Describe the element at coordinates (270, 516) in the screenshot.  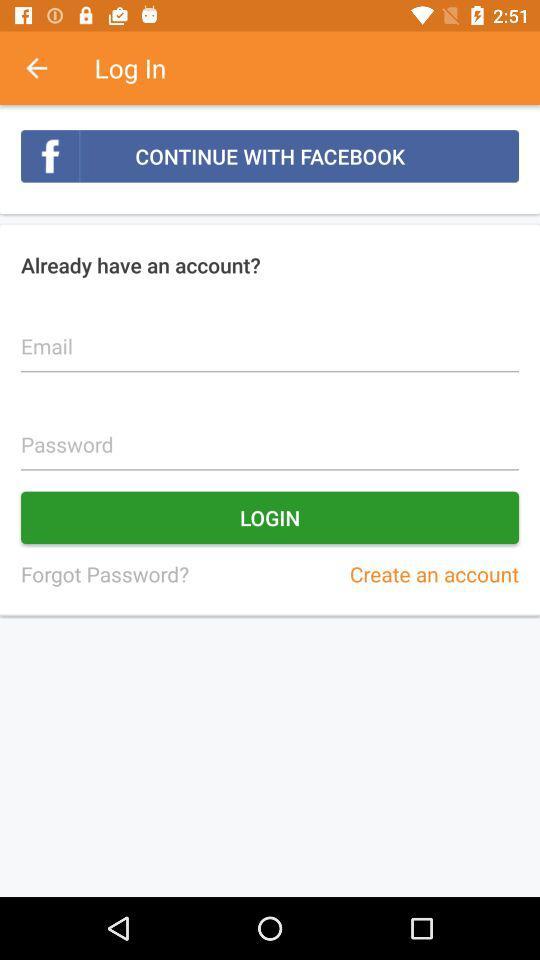
I see `item above the forgot password? icon` at that location.